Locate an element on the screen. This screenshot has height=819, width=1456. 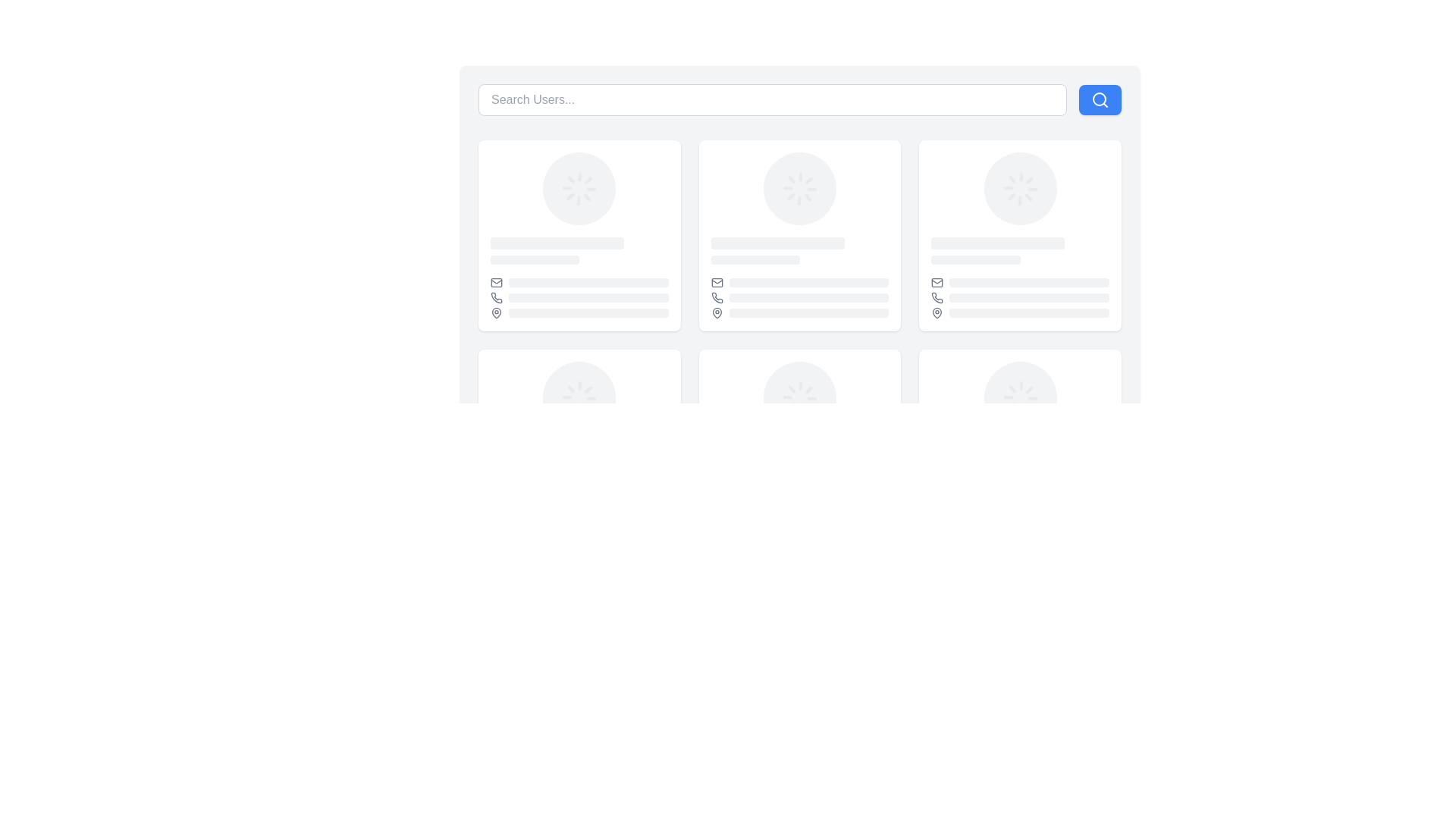
the Skeleton loader element, which serves as a placeholder for content in the user cards layout, specifically located in the content region below the circular image of the first card in the second row is located at coordinates (579, 250).